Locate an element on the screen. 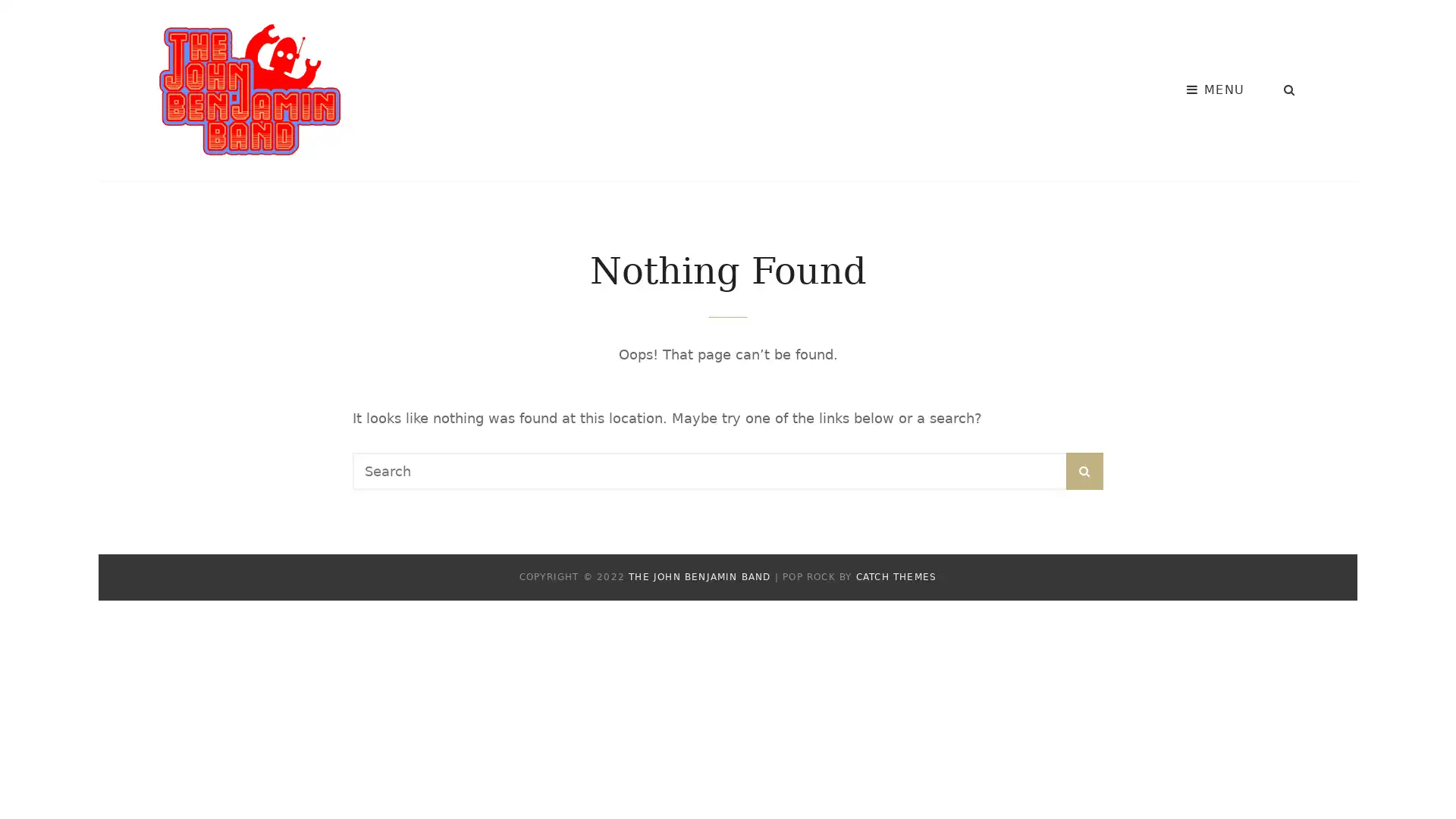  SEARCH is located at coordinates (1288, 90).